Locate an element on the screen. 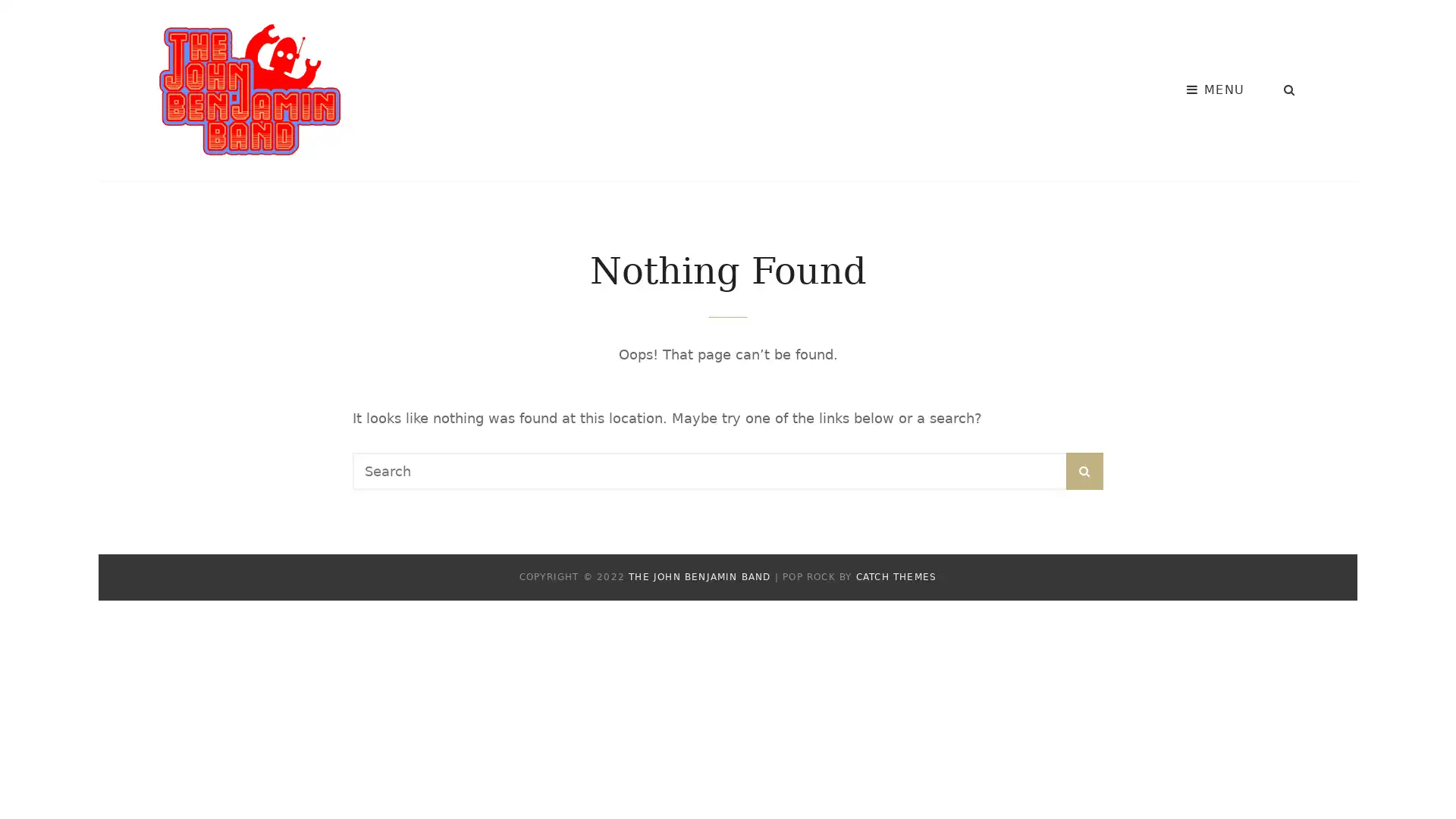  SEARCH is located at coordinates (1288, 90).